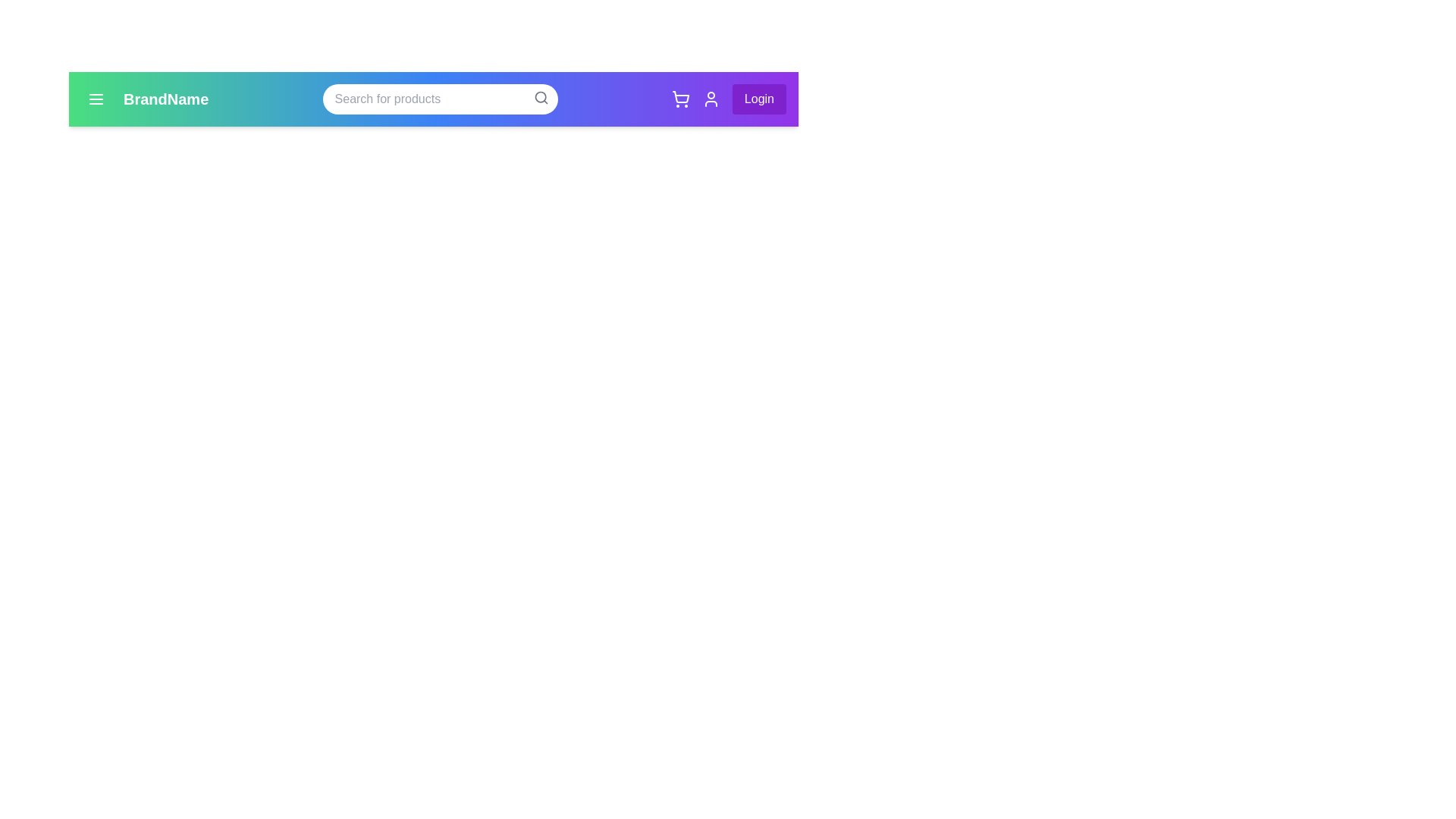  I want to click on the menu button to open the menu, so click(95, 99).